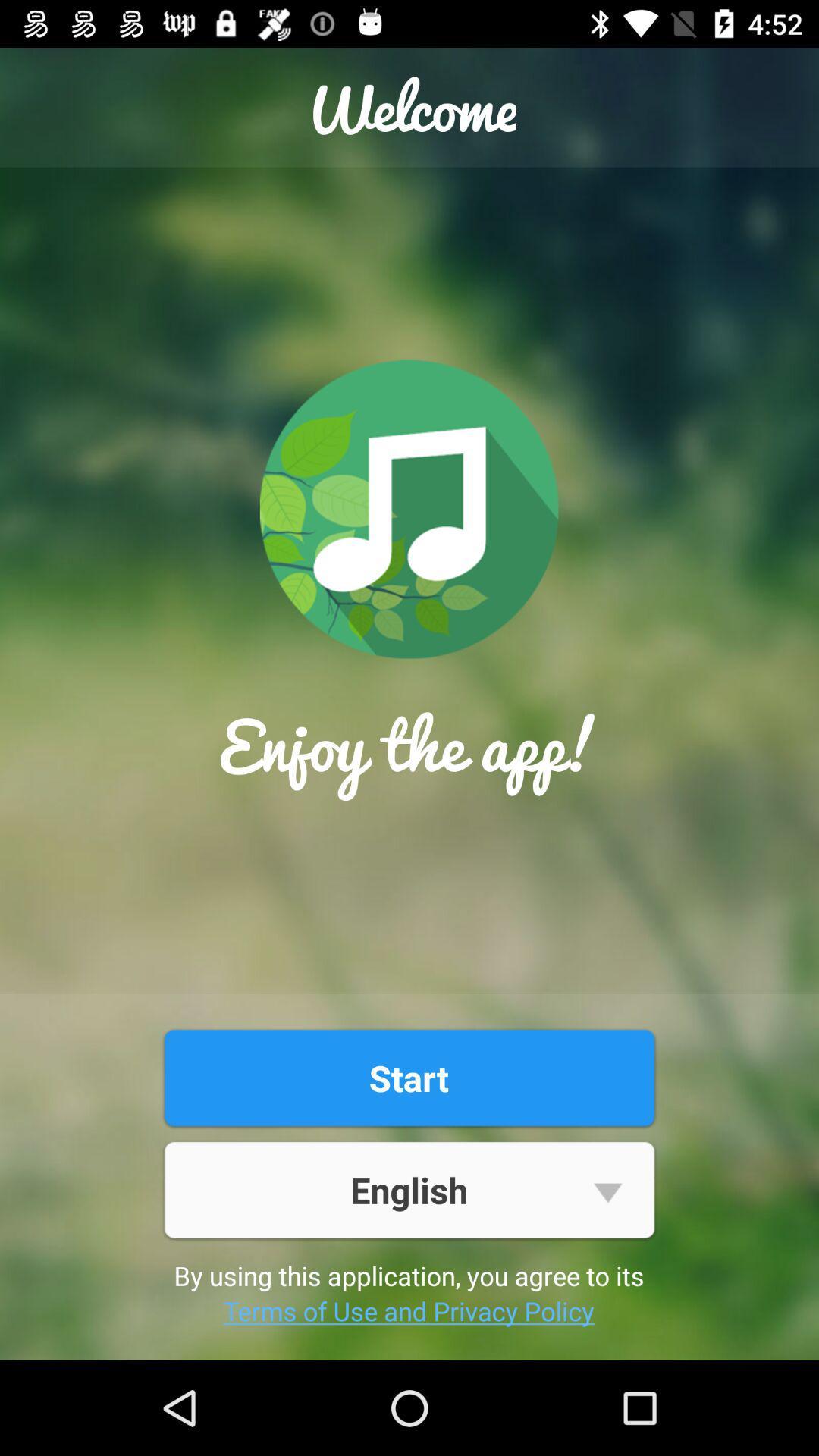 The width and height of the screenshot is (819, 1456). Describe the element at coordinates (408, 1189) in the screenshot. I see `item below the start button` at that location.